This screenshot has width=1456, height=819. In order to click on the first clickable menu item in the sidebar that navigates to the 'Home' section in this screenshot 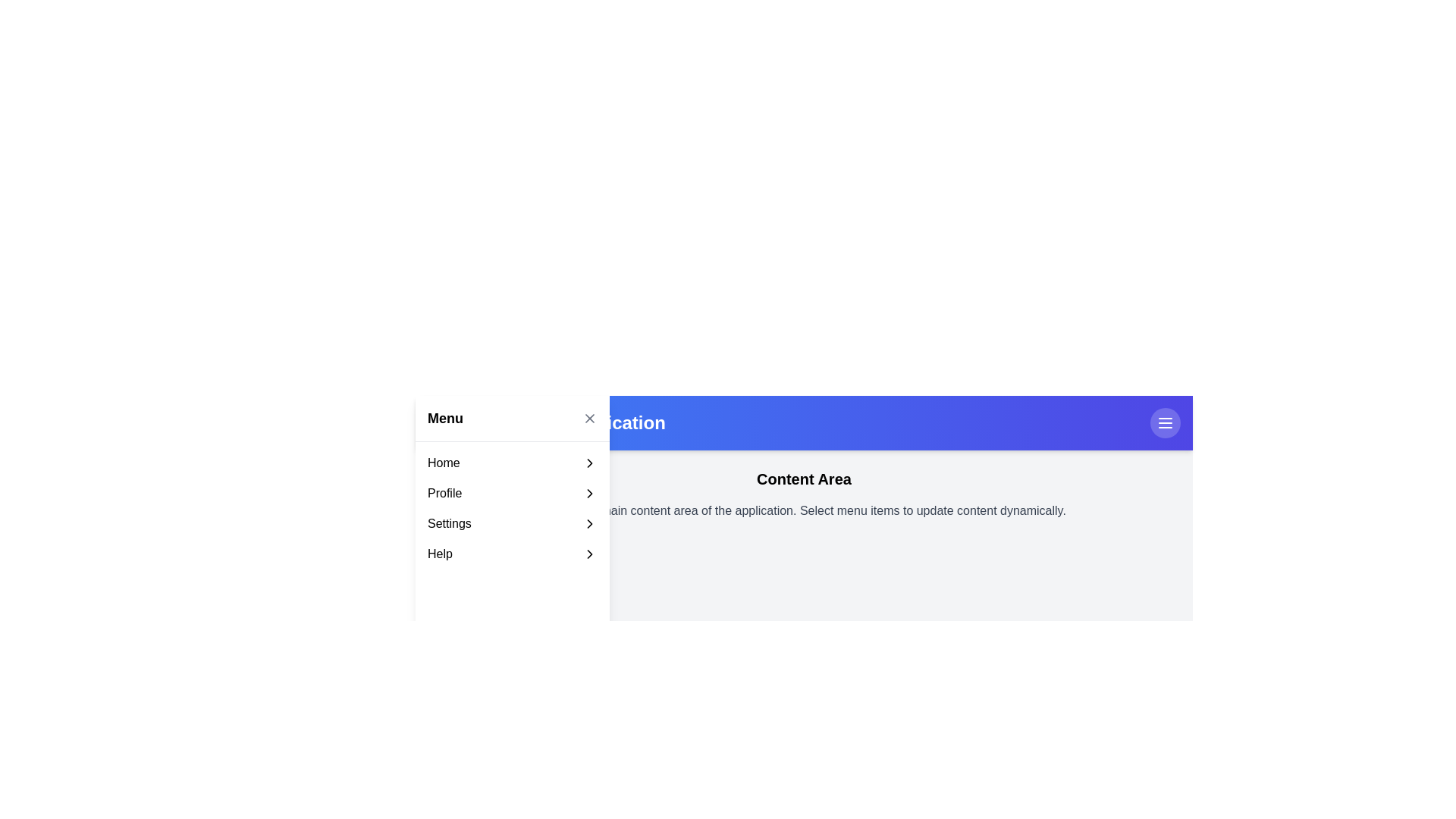, I will do `click(513, 462)`.